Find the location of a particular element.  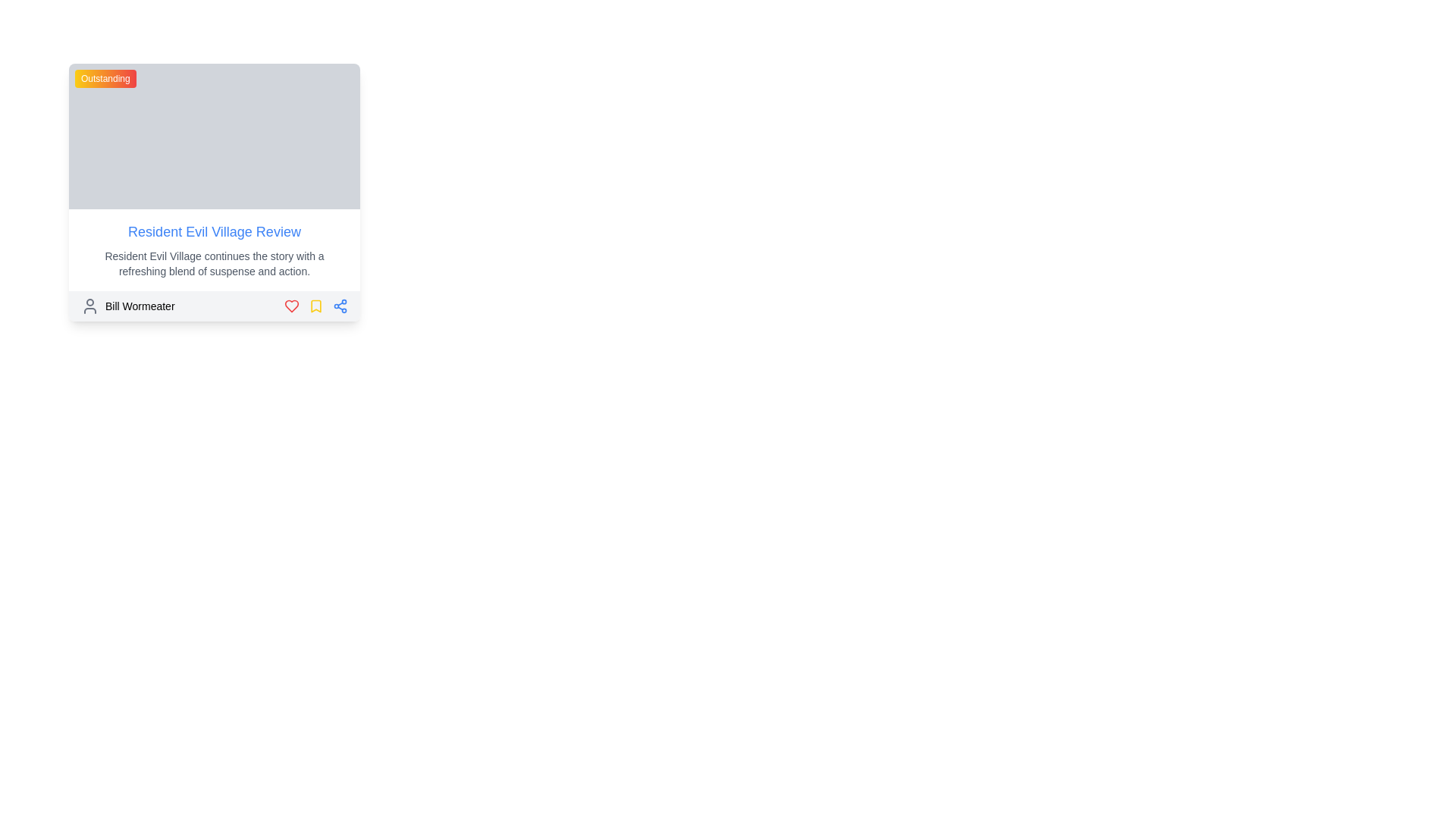

the descriptive text element located below the blue-hyperlinked title 'Resident Evil Village Review', which provides a summary or insight about the information presented is located at coordinates (214, 262).